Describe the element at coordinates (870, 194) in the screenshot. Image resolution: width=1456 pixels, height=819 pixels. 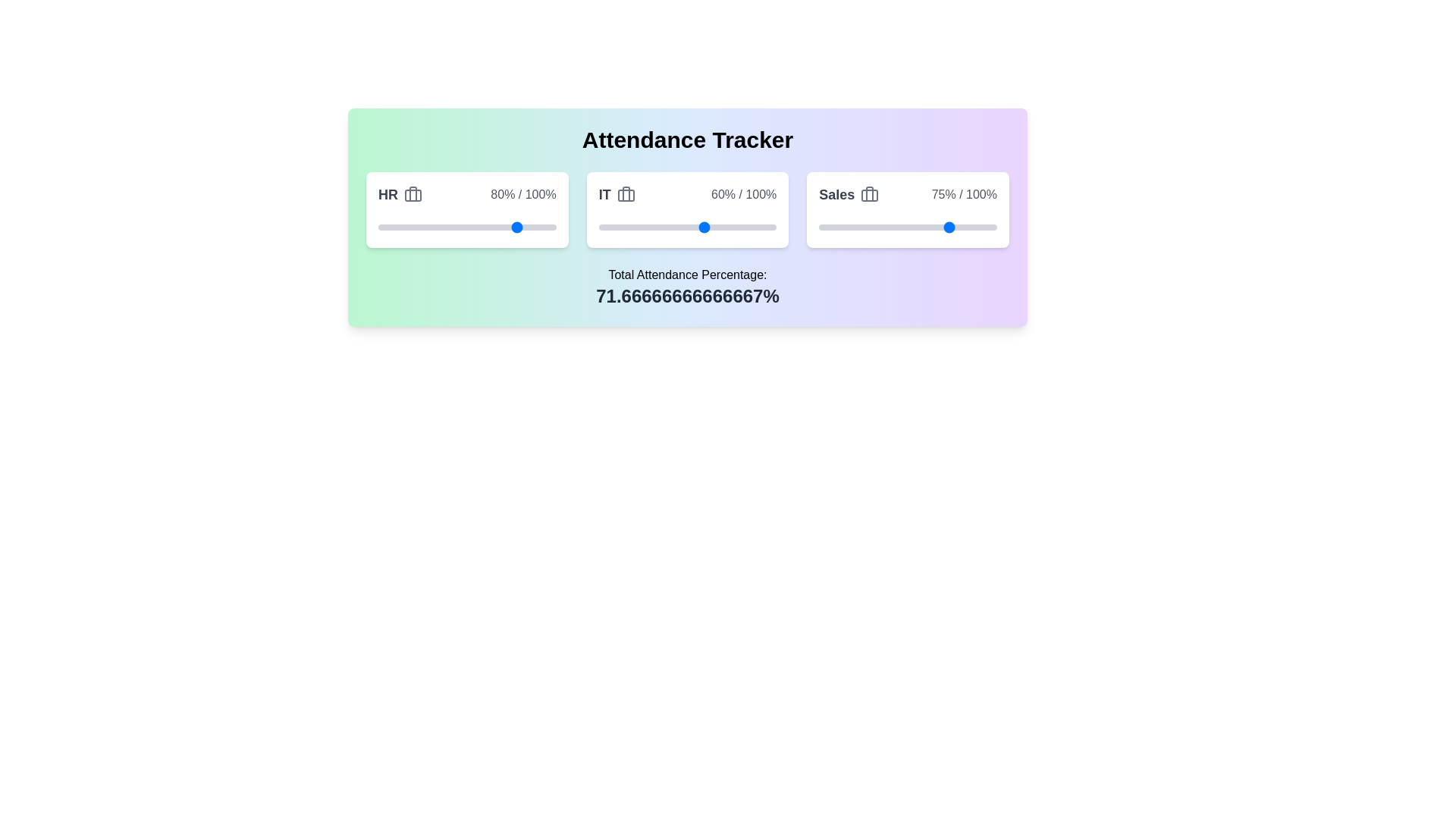
I see `the briefcase icon representing the 'Sales' department, located within the rightmost panel, to the left of the '75% / 100%' text and slightly below the 'Sales' title` at that location.